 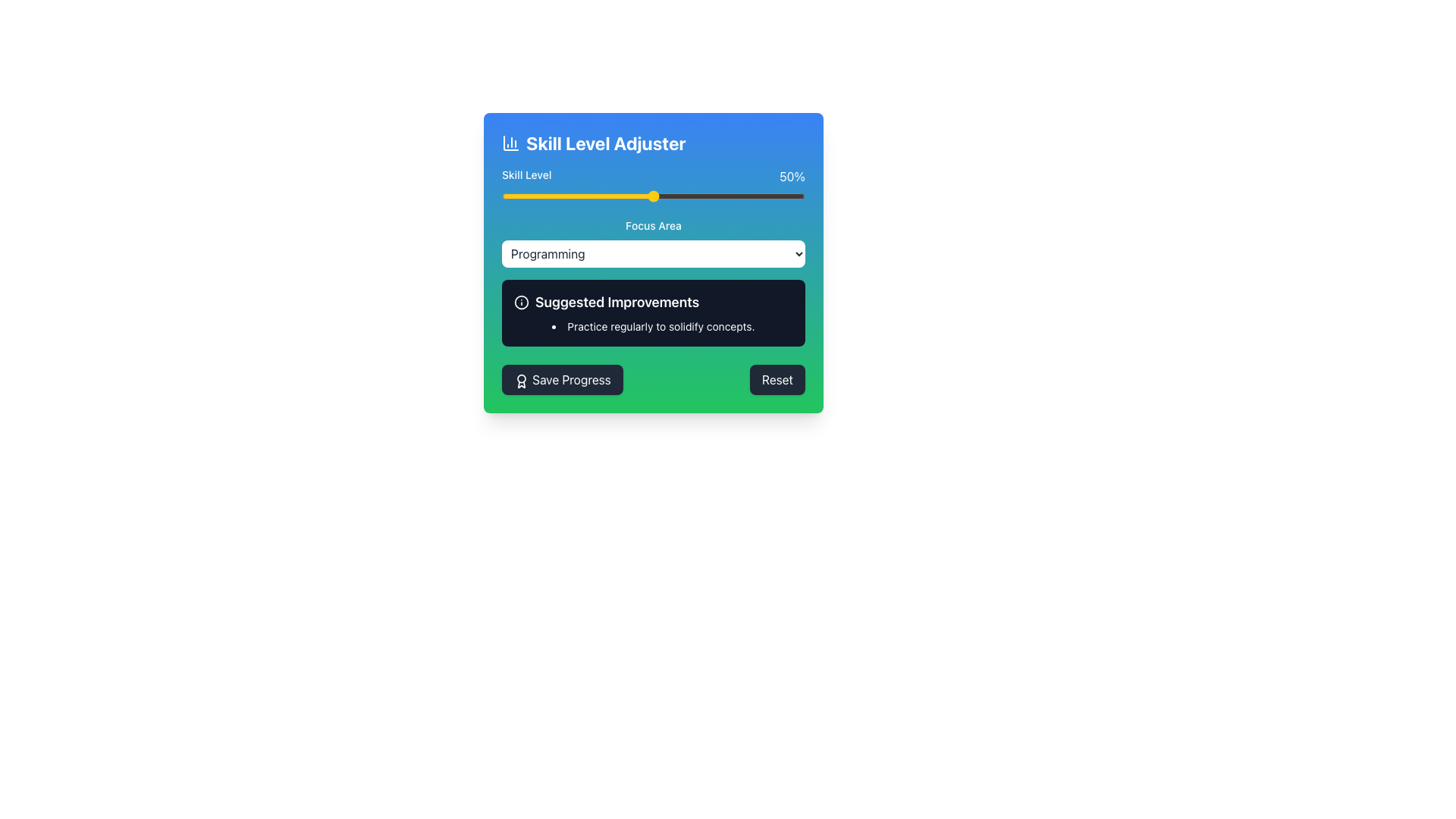 What do you see at coordinates (792, 195) in the screenshot?
I see `the skill level` at bounding box center [792, 195].